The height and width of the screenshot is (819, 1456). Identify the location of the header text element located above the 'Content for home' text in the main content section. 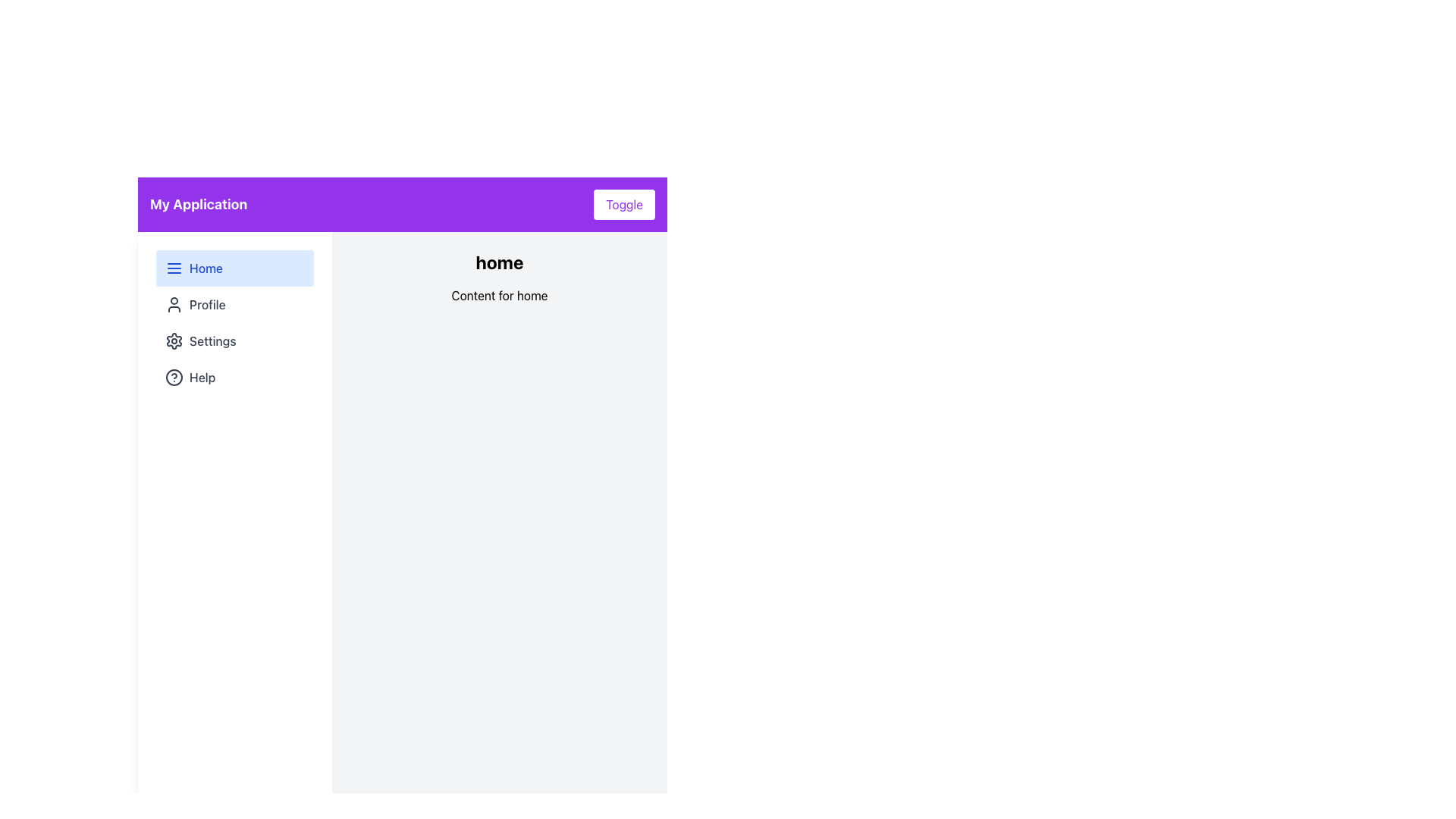
(499, 262).